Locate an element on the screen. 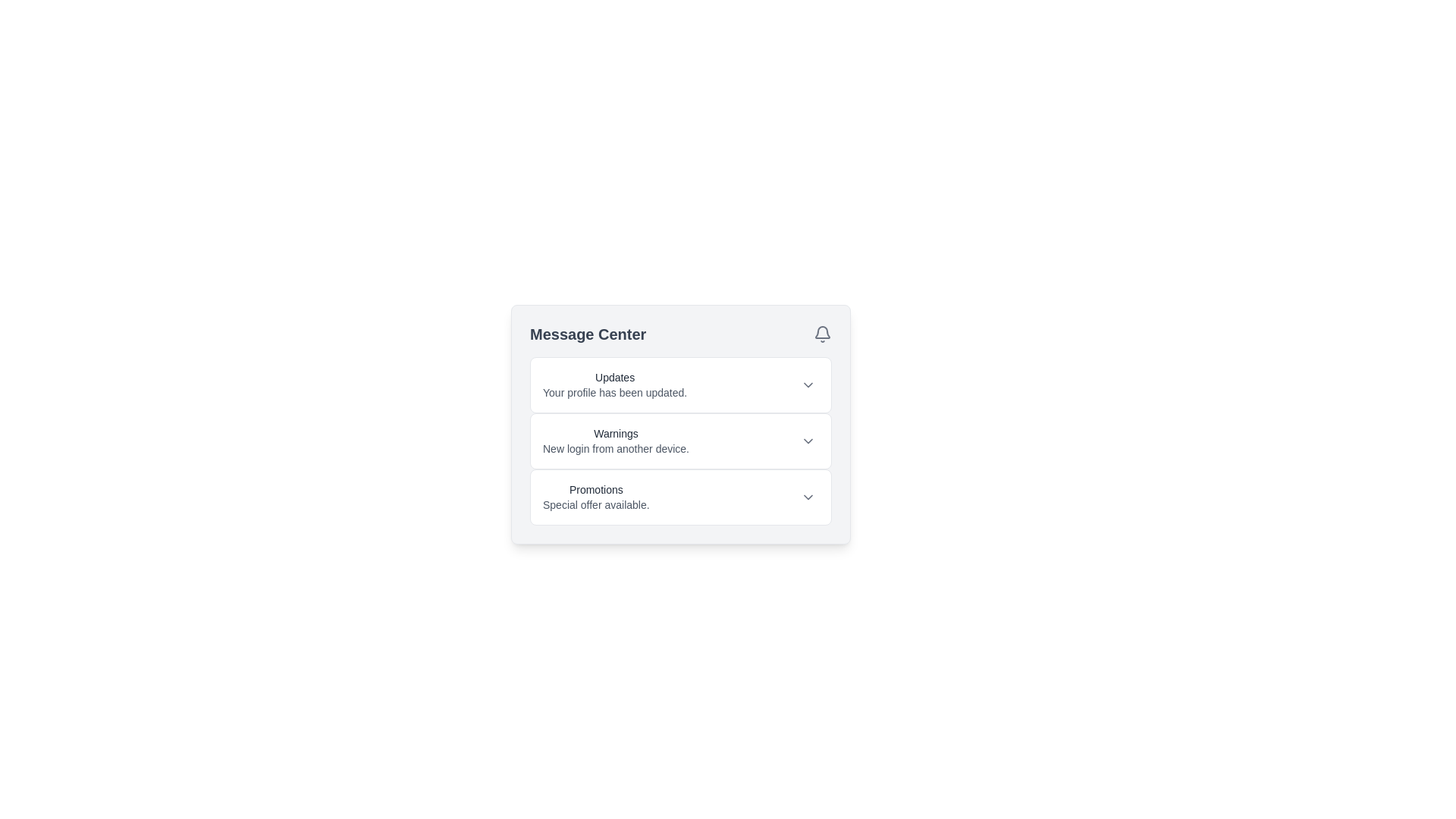 The width and height of the screenshot is (1456, 819). text label that says 'Special offer available.' located at the bottom of the 'Promotions' section in the Message Center interface is located at coordinates (595, 505).